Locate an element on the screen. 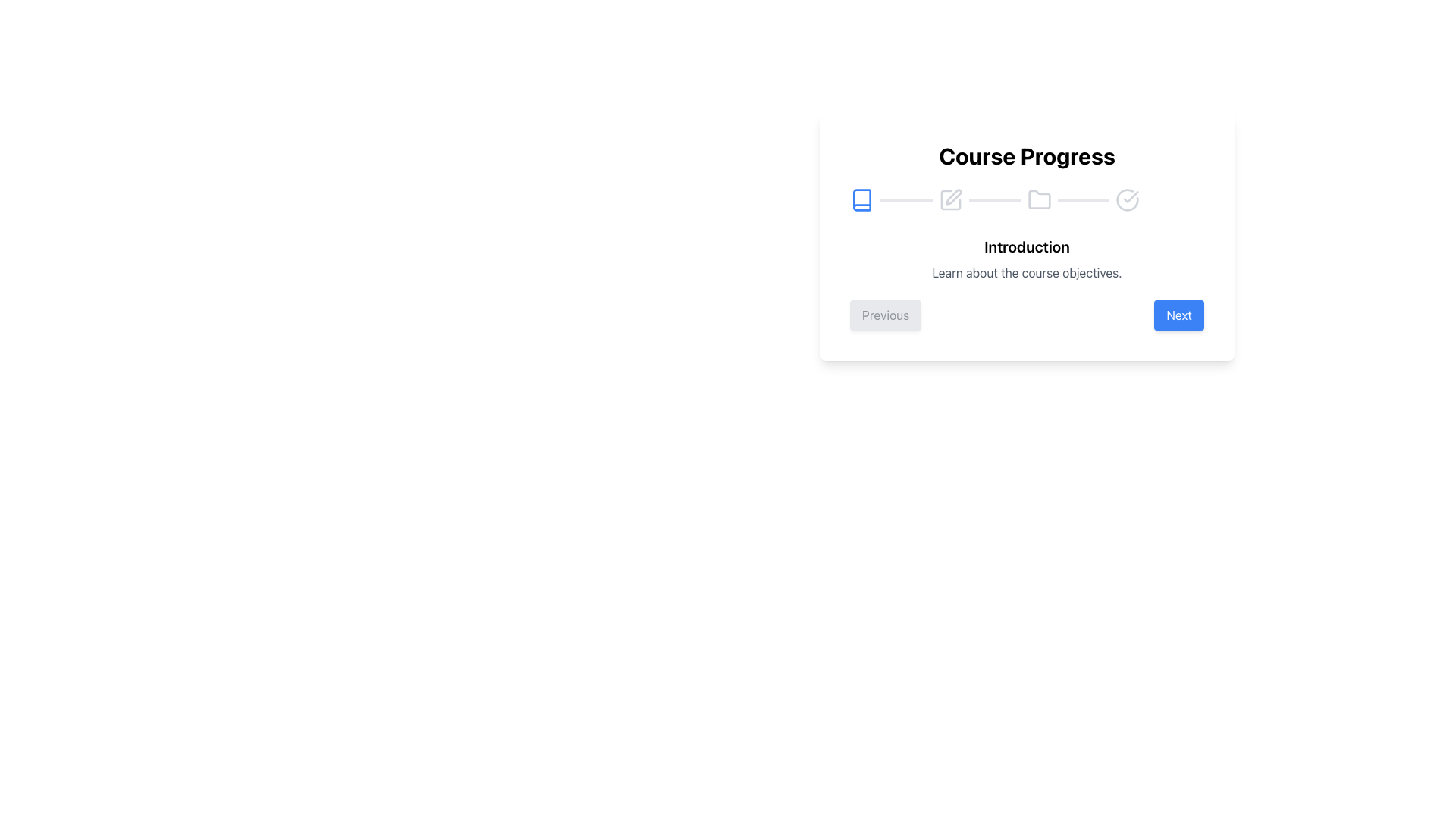 The image size is (1456, 819). the gray square icon with a pen overlay is located at coordinates (949, 199).